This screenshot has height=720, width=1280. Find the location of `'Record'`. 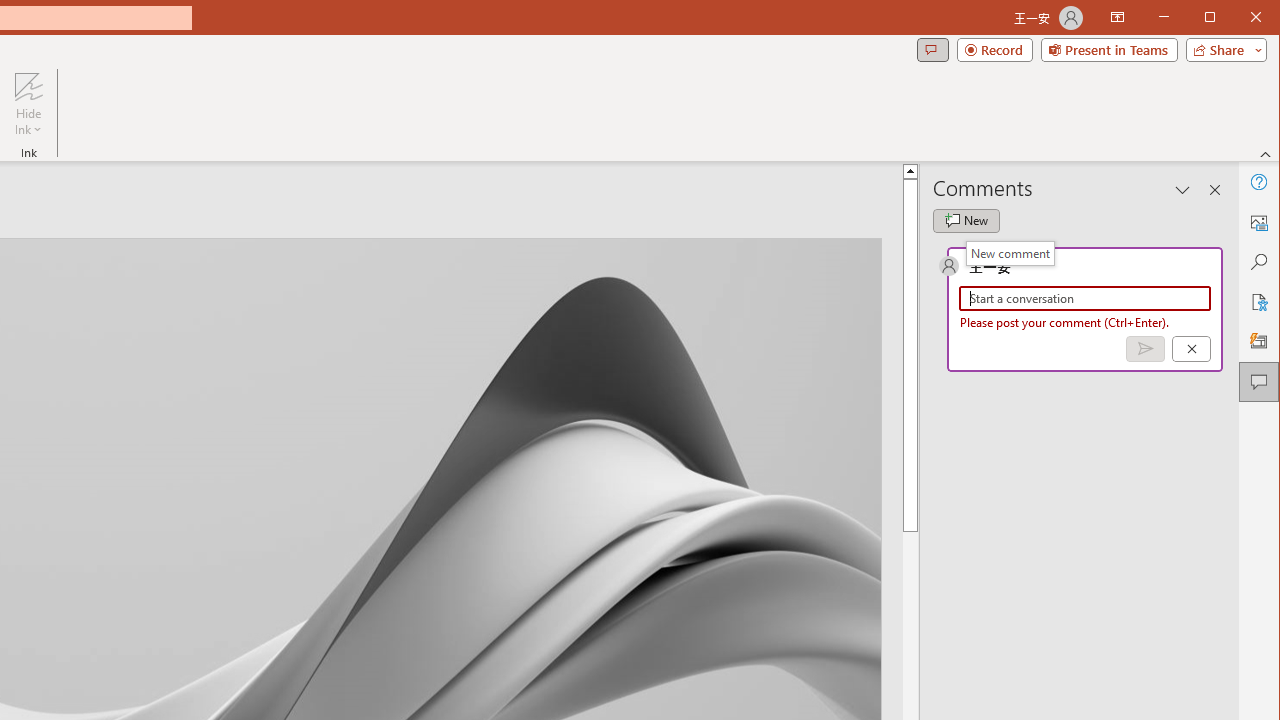

'Record' is located at coordinates (995, 49).